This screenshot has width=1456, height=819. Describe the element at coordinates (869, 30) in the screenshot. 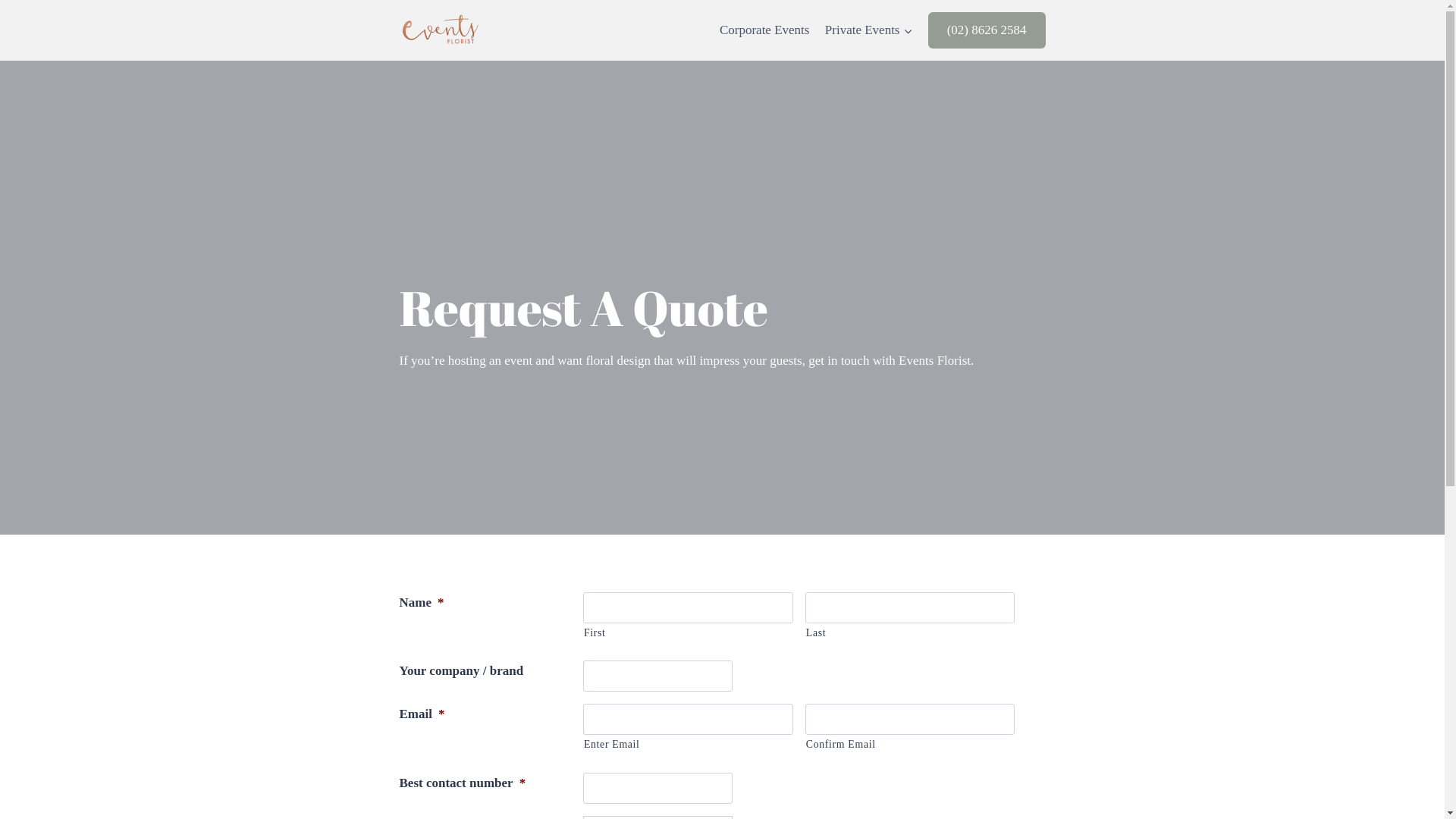

I see `'Private Events'` at that location.